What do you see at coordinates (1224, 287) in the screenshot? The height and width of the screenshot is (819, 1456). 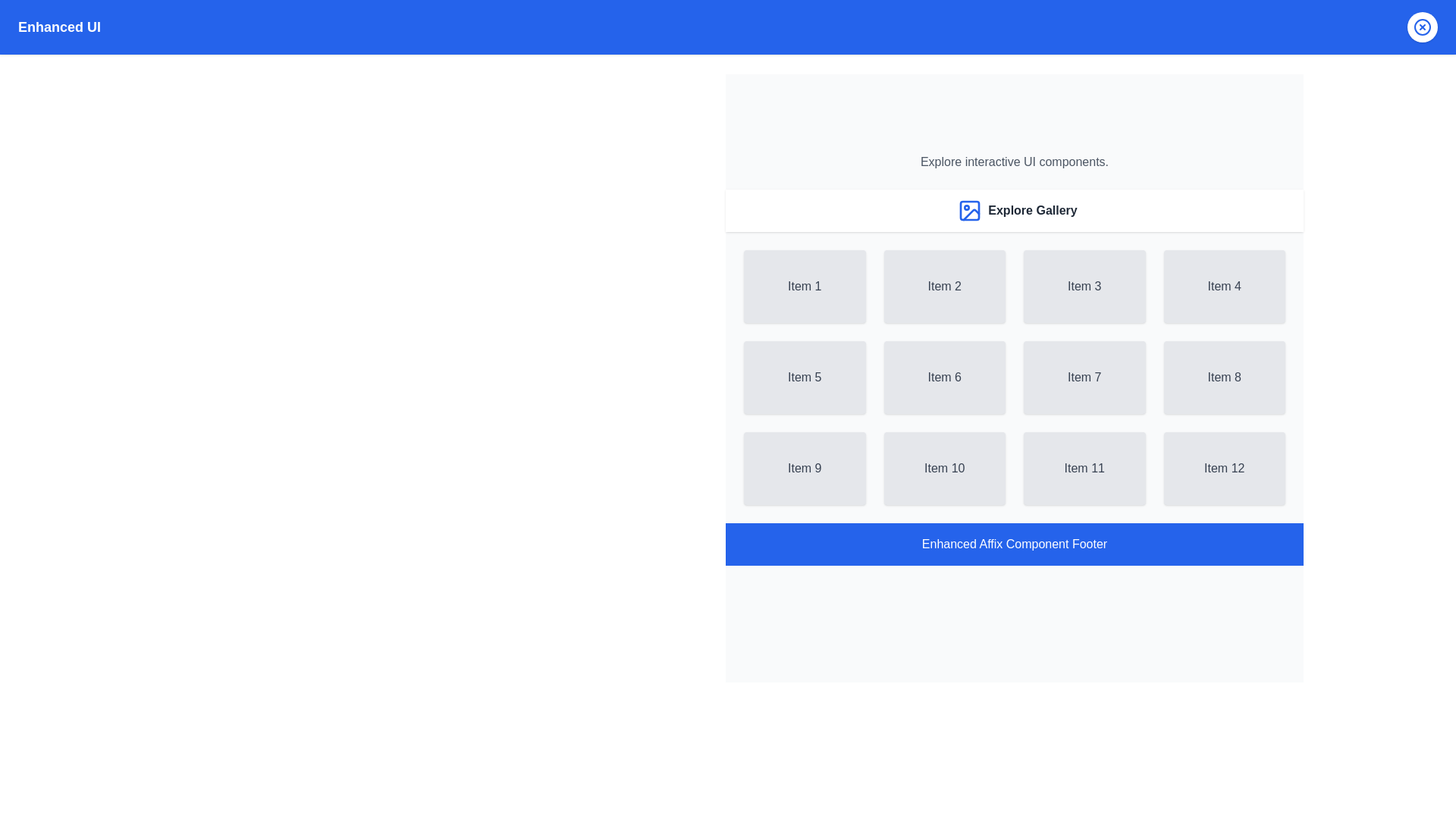 I see `the fourth item in the first row of the grid layout` at bounding box center [1224, 287].